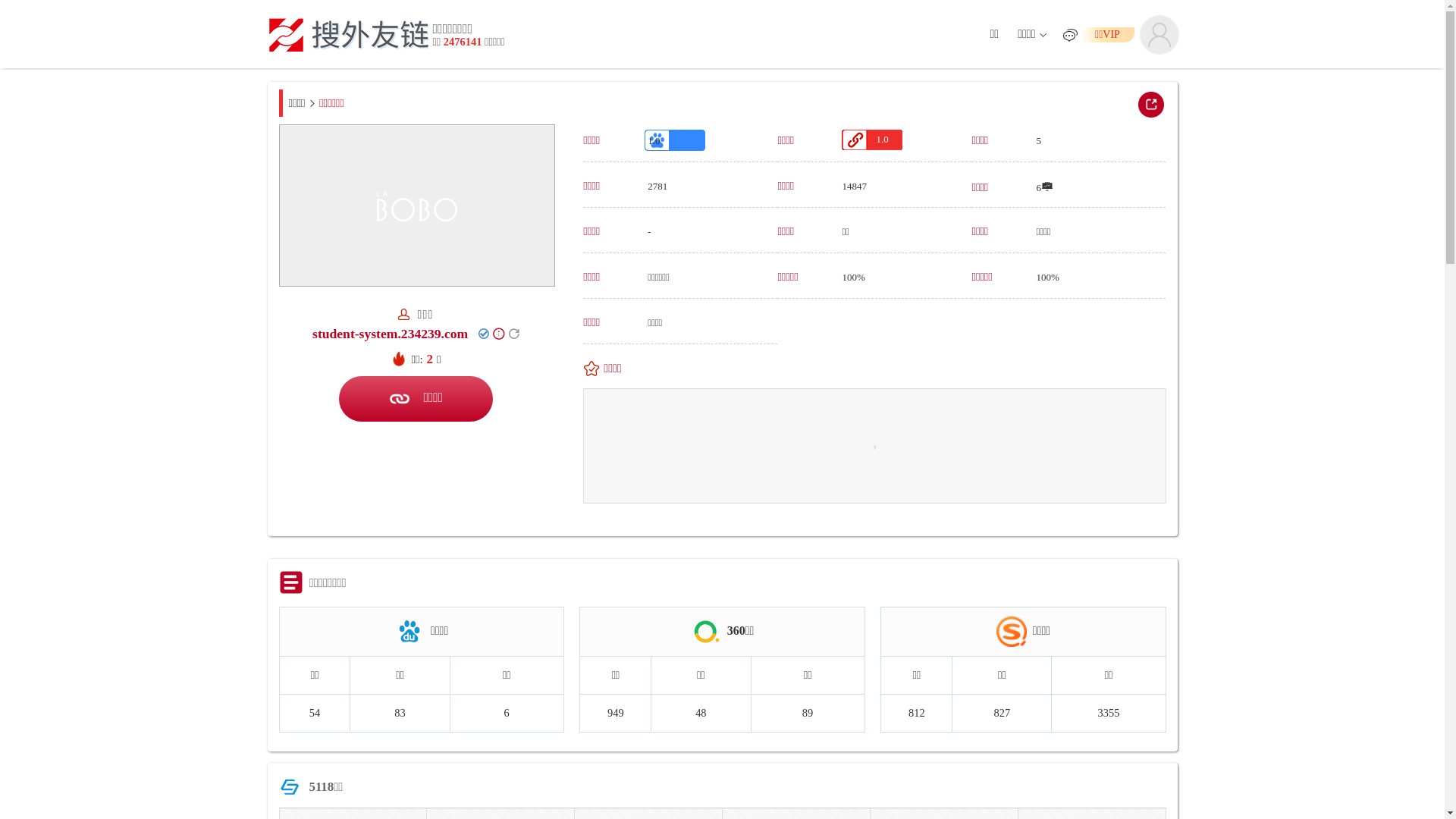 This screenshot has width=1456, height=819. What do you see at coordinates (390, 332) in the screenshot?
I see `'student-system.234239.com'` at bounding box center [390, 332].